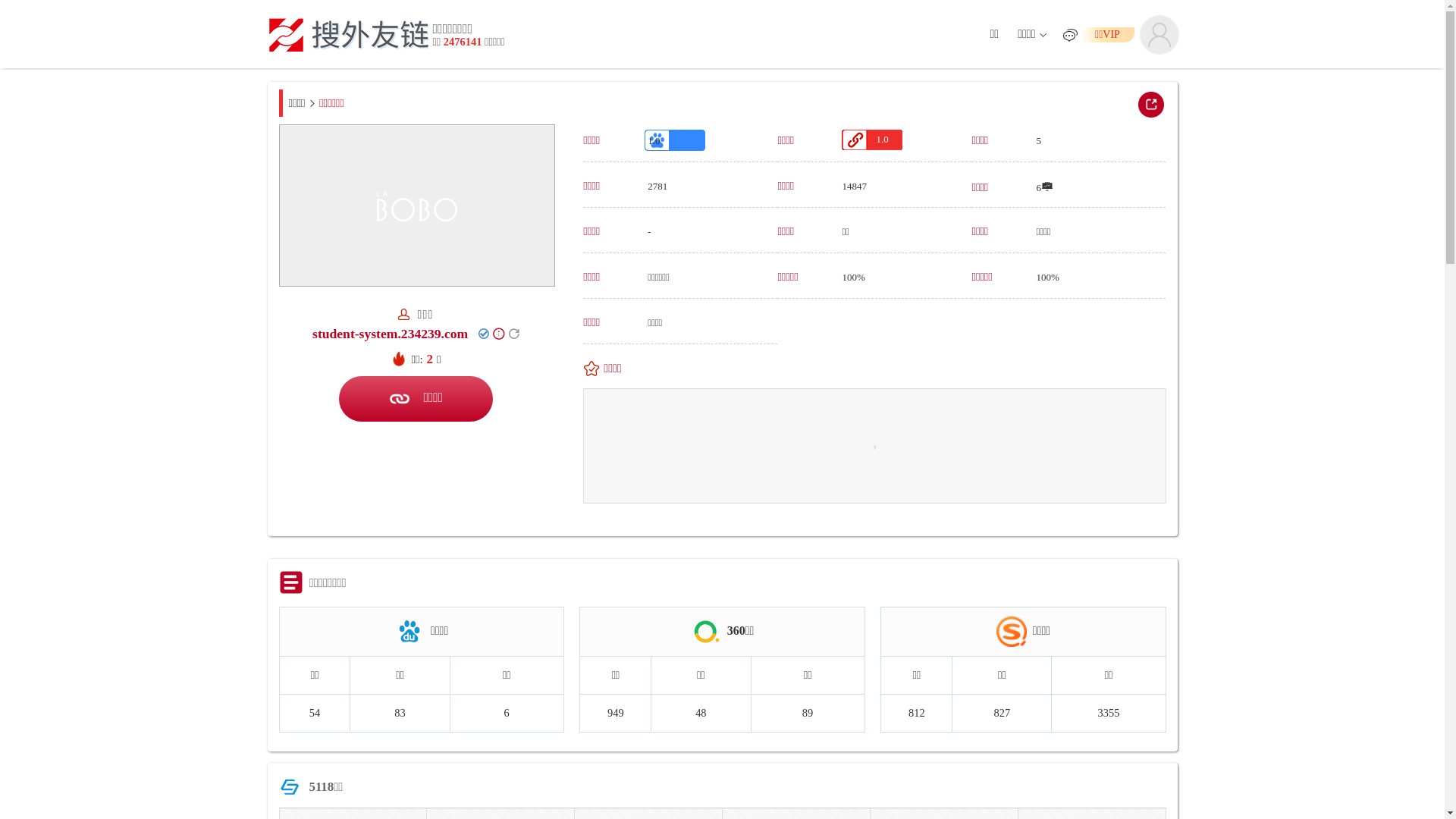 This screenshot has width=1456, height=819. What do you see at coordinates (390, 332) in the screenshot?
I see `'student-system.234239.com'` at bounding box center [390, 332].